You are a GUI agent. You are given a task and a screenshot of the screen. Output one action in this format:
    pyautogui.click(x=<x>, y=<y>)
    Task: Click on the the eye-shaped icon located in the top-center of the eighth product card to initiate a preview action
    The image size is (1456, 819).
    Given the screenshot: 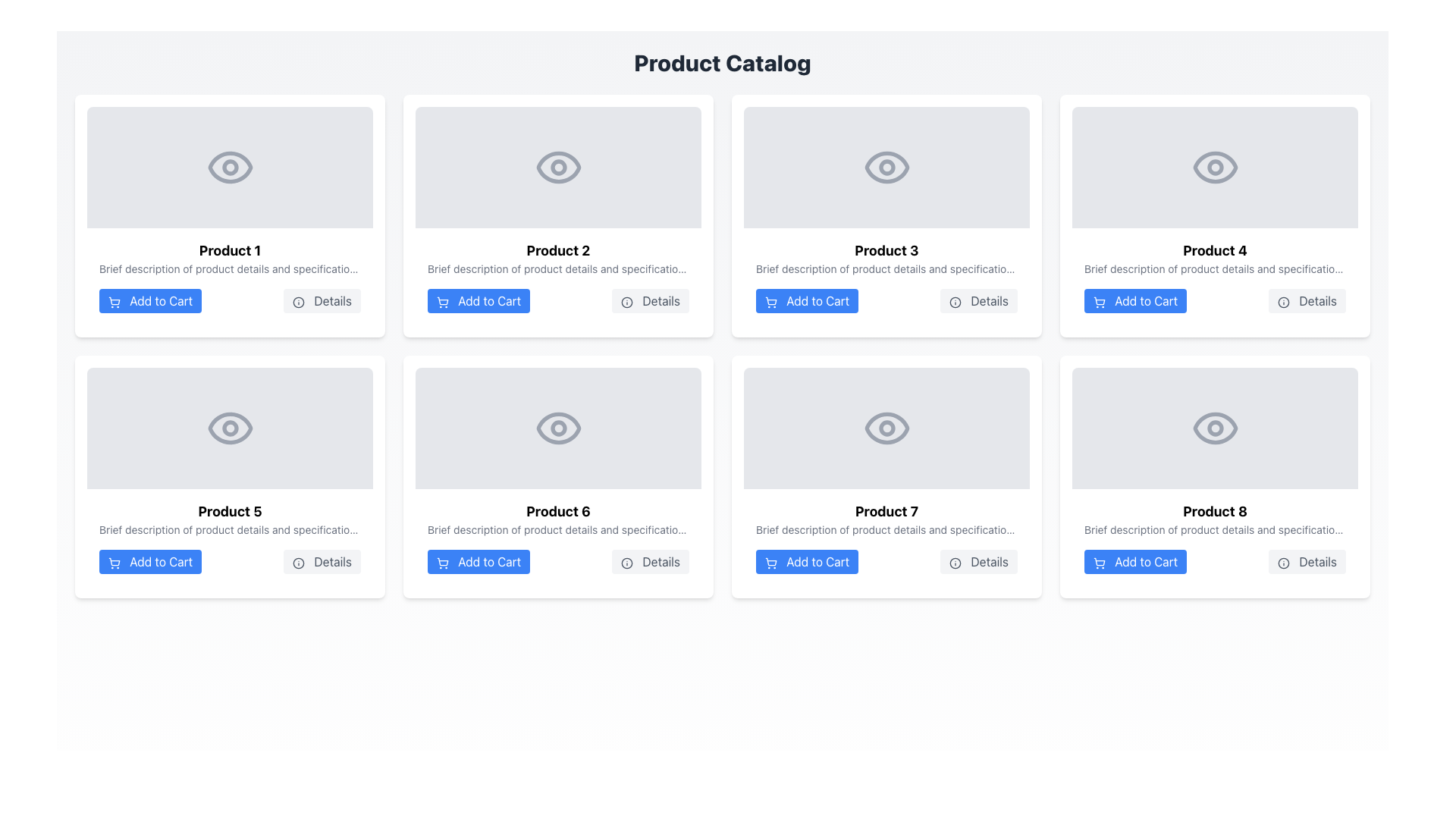 What is the action you would take?
    pyautogui.click(x=1215, y=428)
    